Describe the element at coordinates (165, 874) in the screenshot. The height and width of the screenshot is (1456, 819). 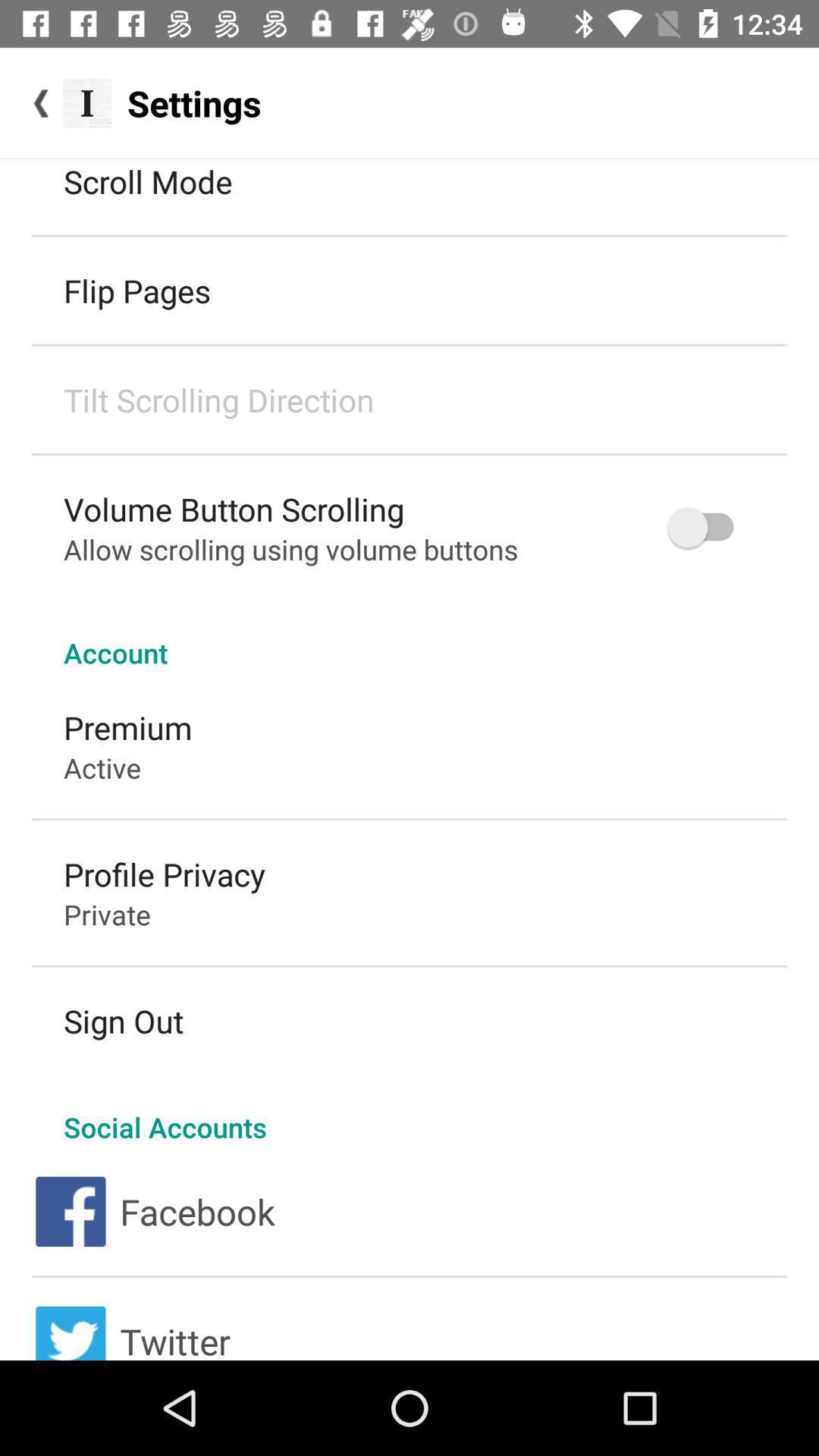
I see `the item below the active item` at that location.